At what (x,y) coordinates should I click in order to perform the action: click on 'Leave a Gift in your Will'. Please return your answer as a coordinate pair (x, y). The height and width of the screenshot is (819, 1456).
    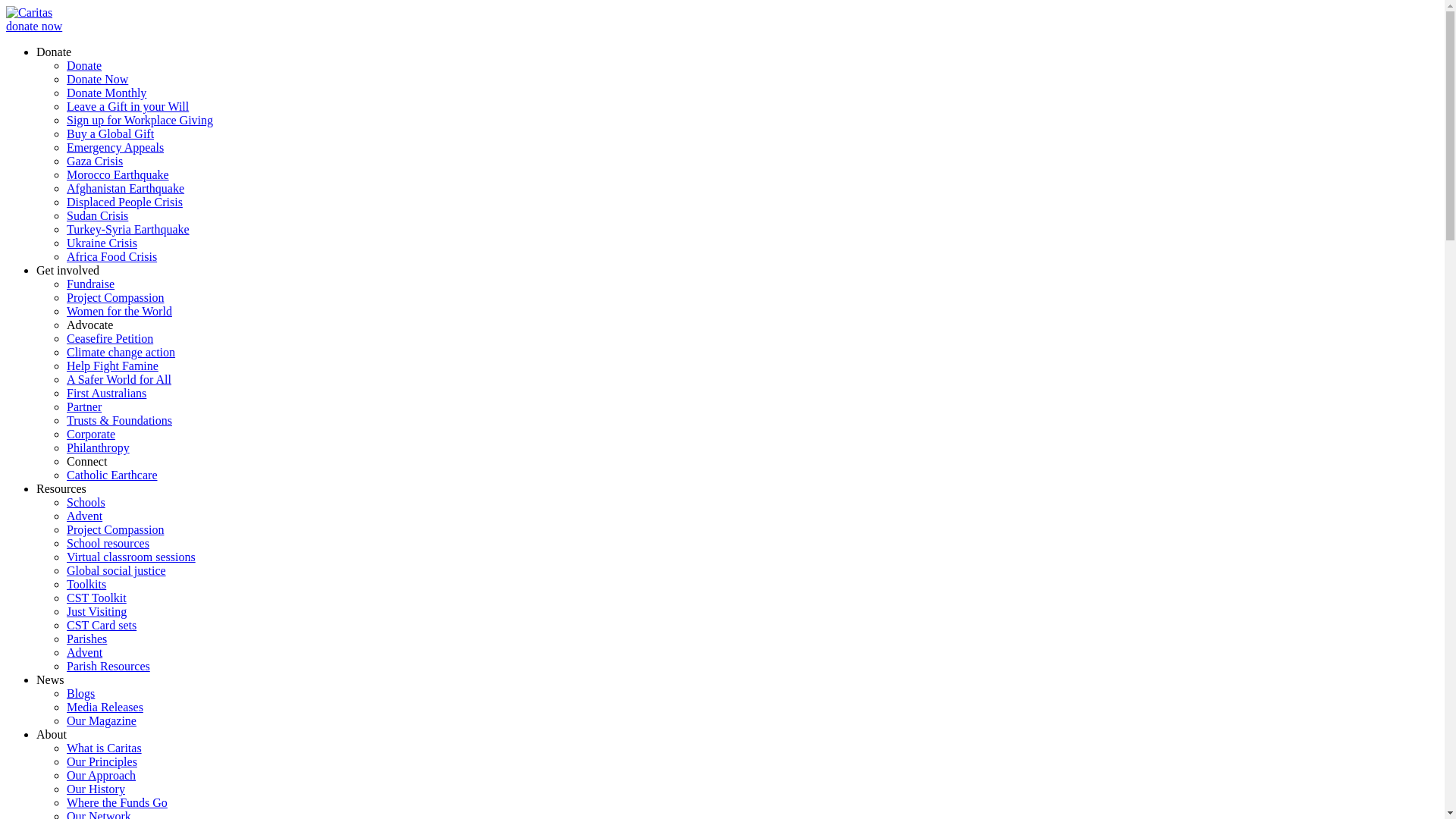
    Looking at the image, I should click on (127, 105).